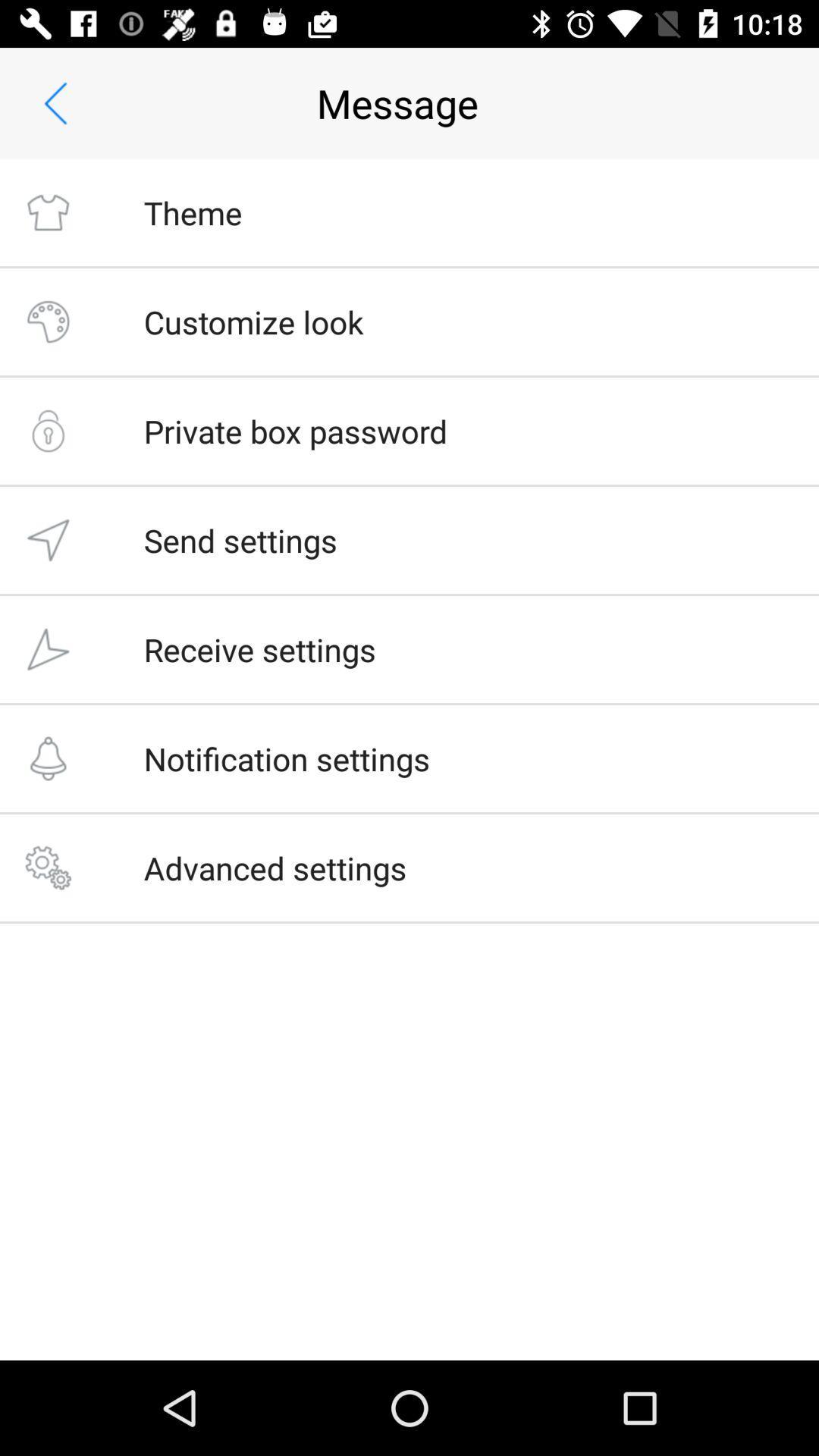 This screenshot has width=819, height=1456. Describe the element at coordinates (47, 758) in the screenshot. I see `the icon next to notification settings` at that location.